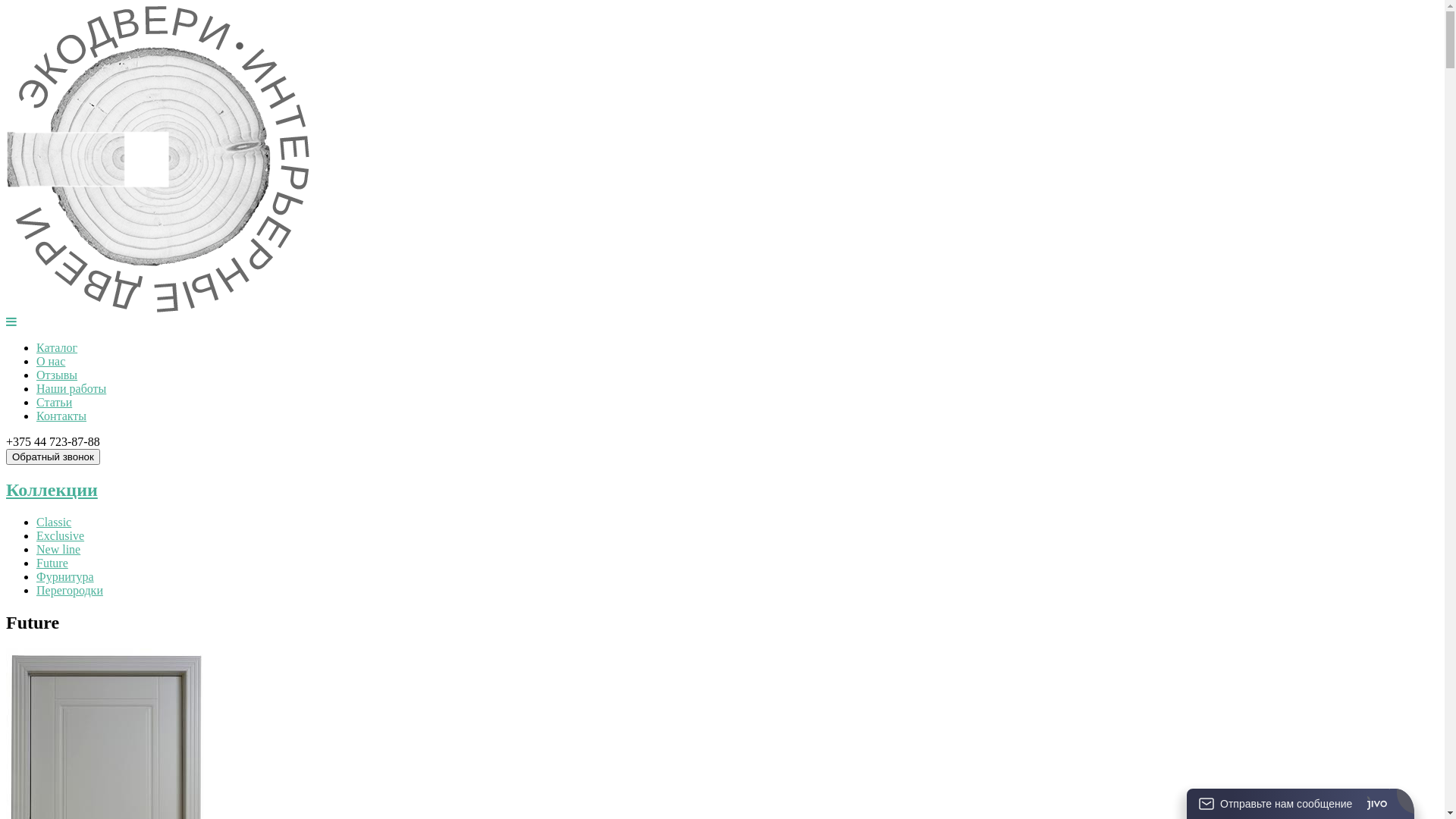  What do you see at coordinates (54, 521) in the screenshot?
I see `'Classic'` at bounding box center [54, 521].